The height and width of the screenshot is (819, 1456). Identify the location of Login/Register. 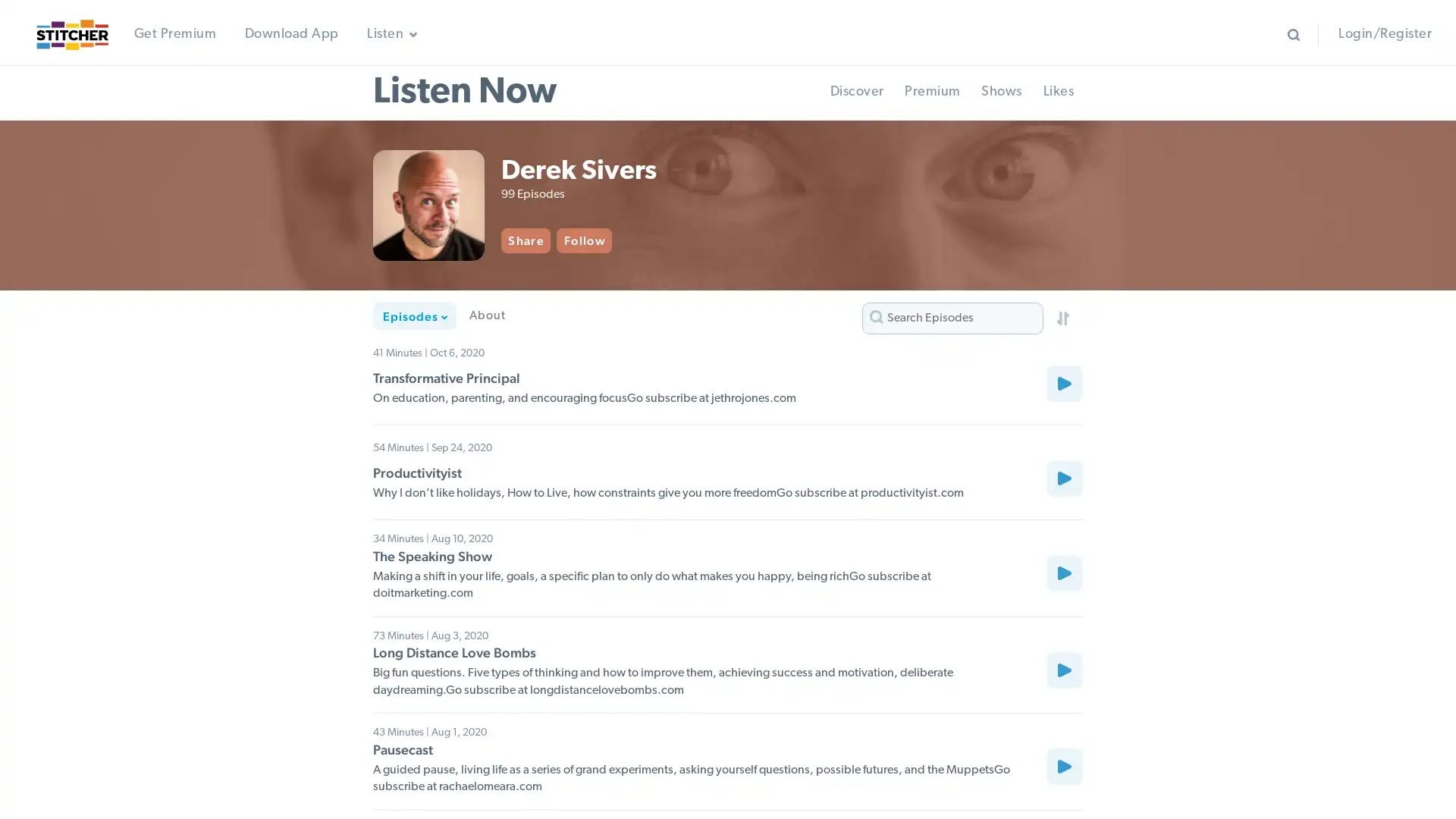
(1384, 34).